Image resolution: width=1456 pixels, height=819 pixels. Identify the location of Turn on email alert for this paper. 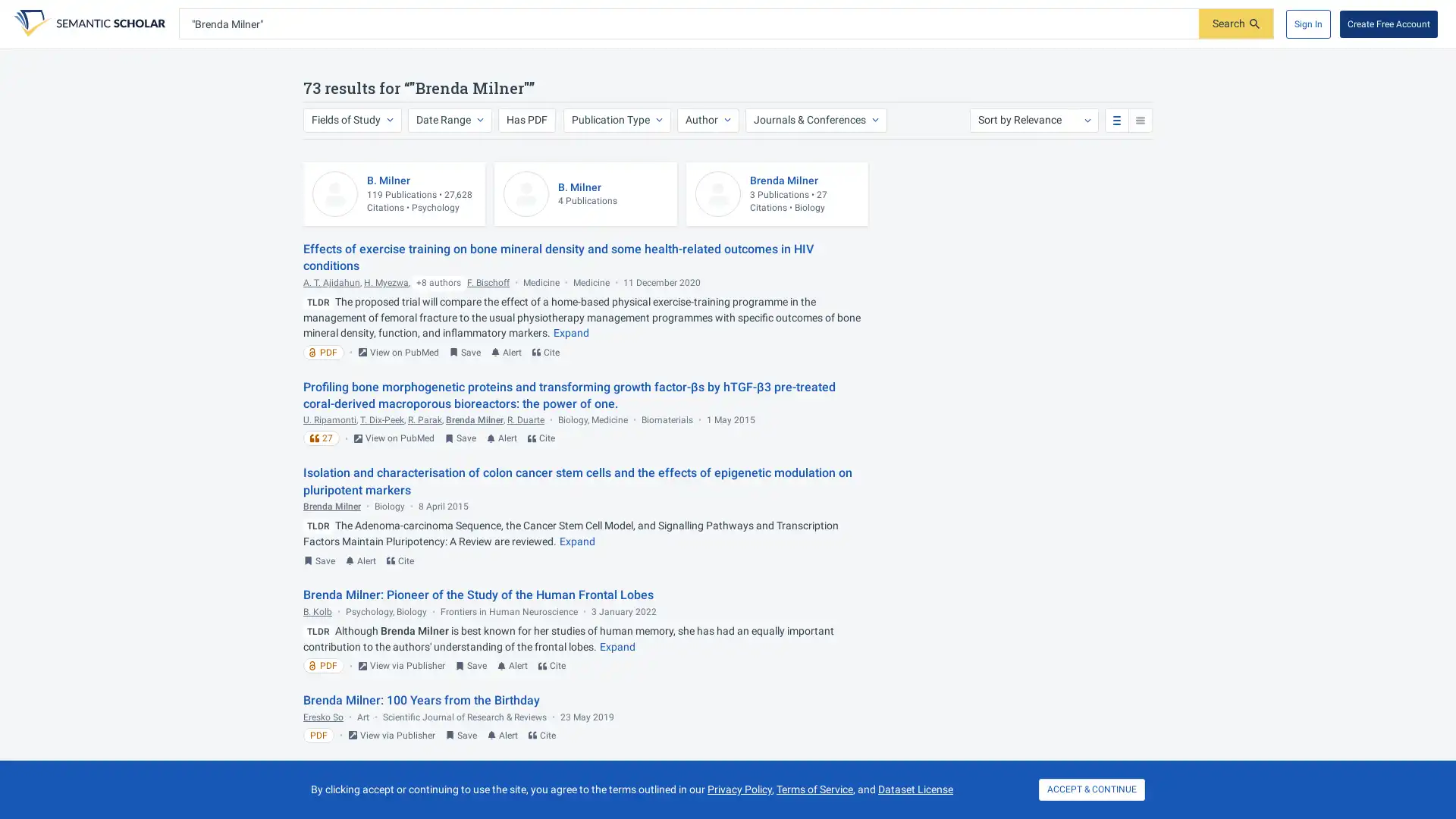
(502, 734).